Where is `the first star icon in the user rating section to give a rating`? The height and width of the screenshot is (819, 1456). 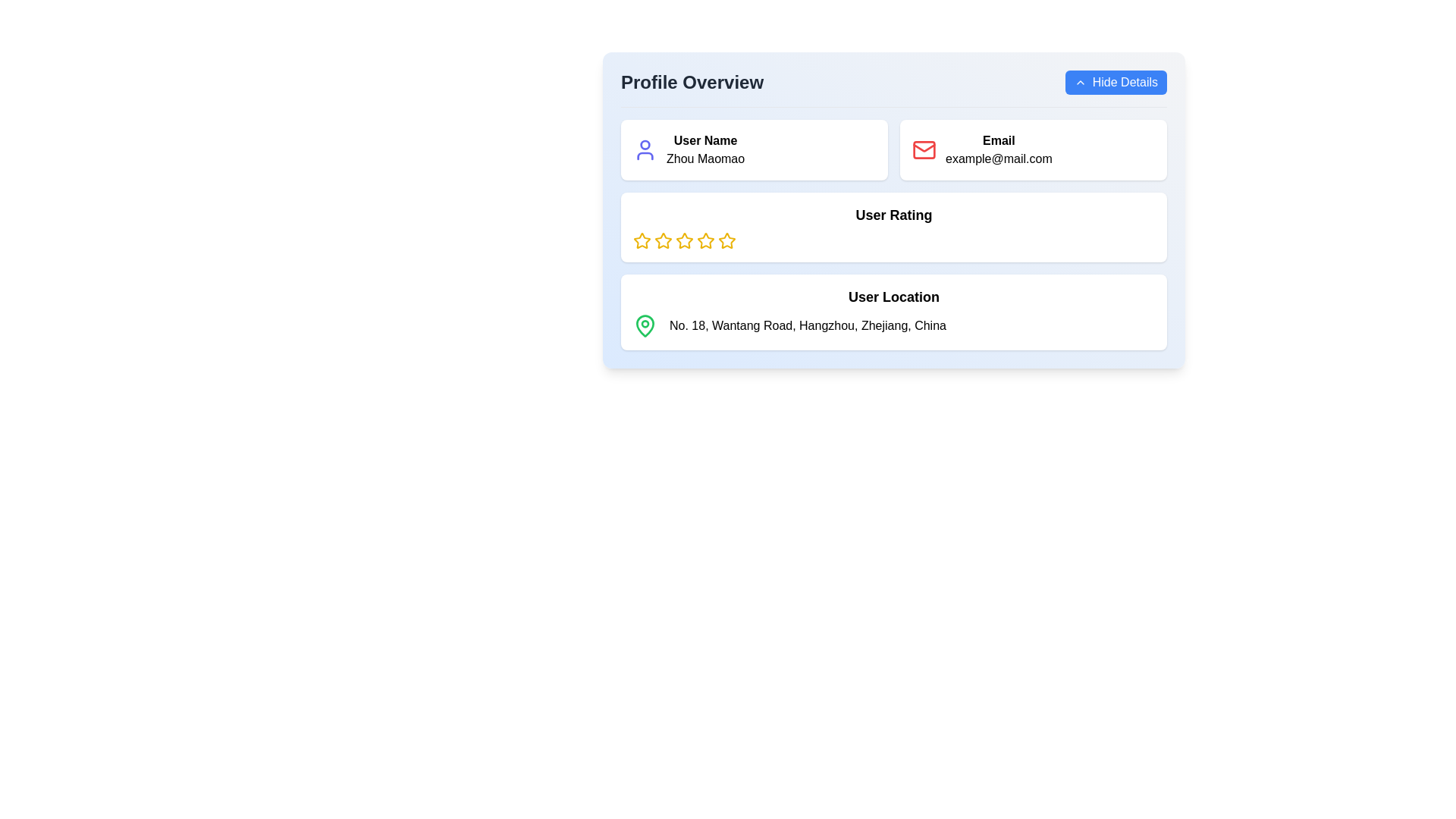
the first star icon in the user rating section to give a rating is located at coordinates (663, 240).